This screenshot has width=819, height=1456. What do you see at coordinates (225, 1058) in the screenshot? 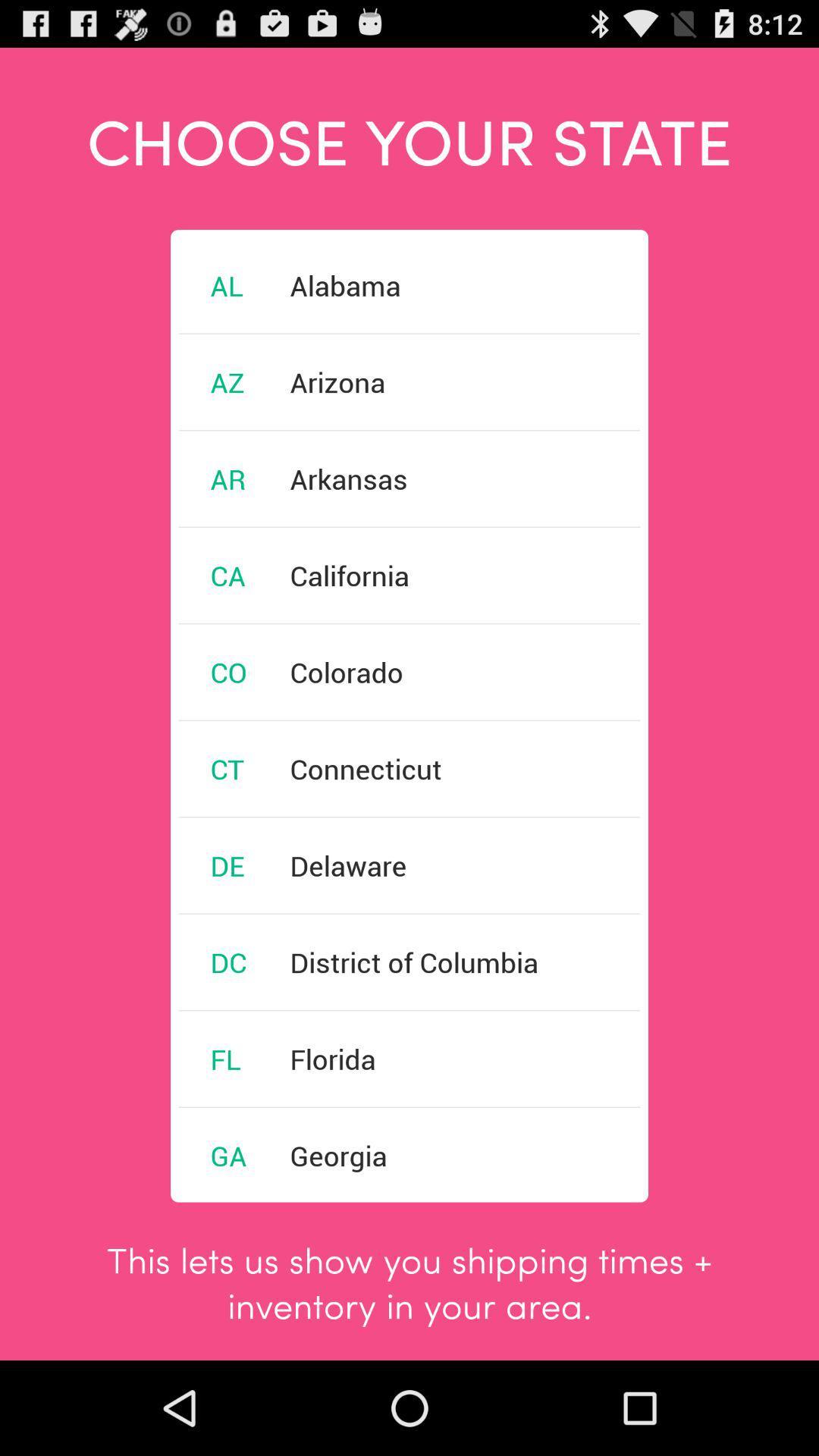
I see `fl icon` at bounding box center [225, 1058].